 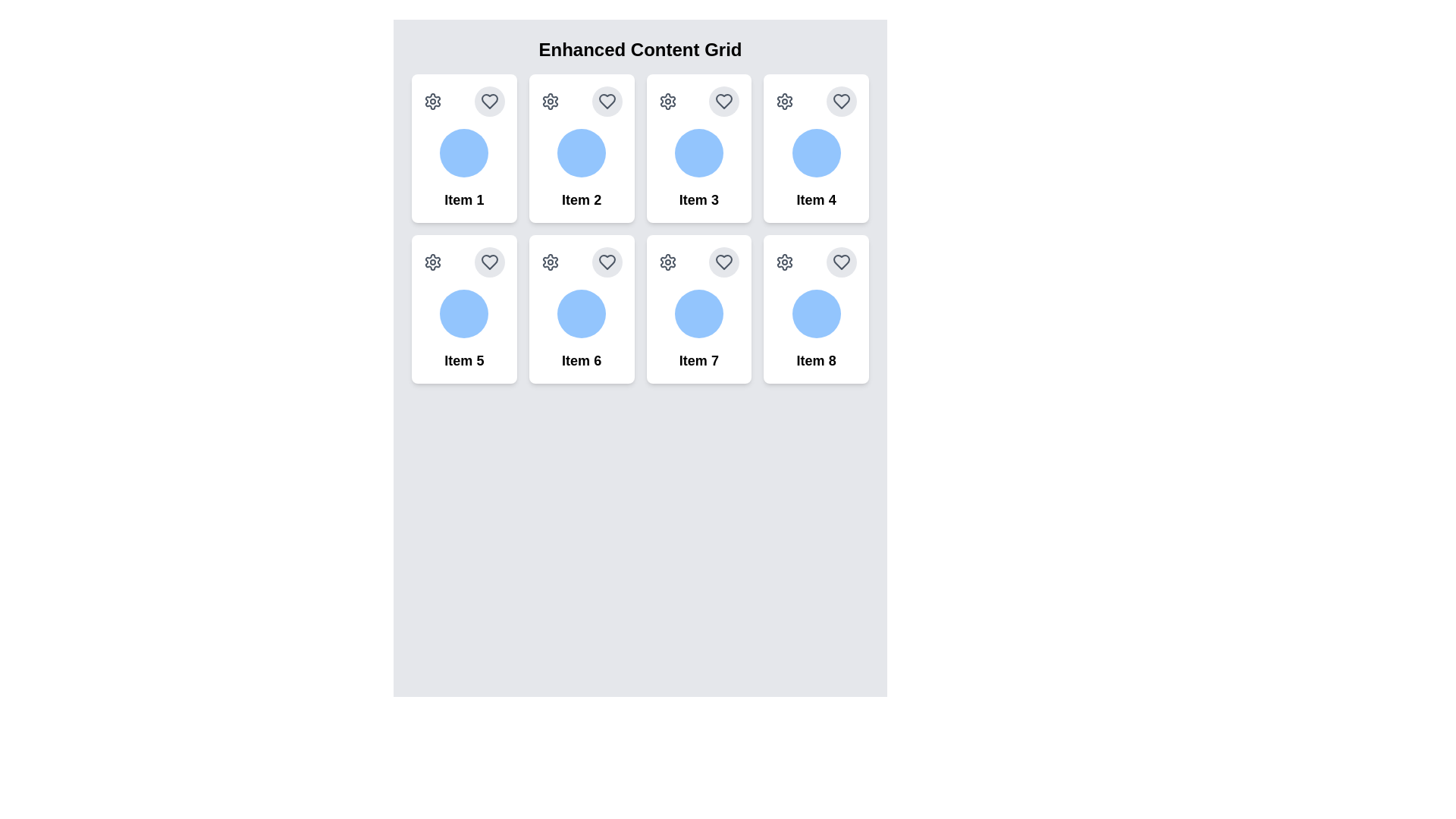 I want to click on the heart-shaped icon button located in the top-right corner of the 'Item 5' card, so click(x=489, y=262).